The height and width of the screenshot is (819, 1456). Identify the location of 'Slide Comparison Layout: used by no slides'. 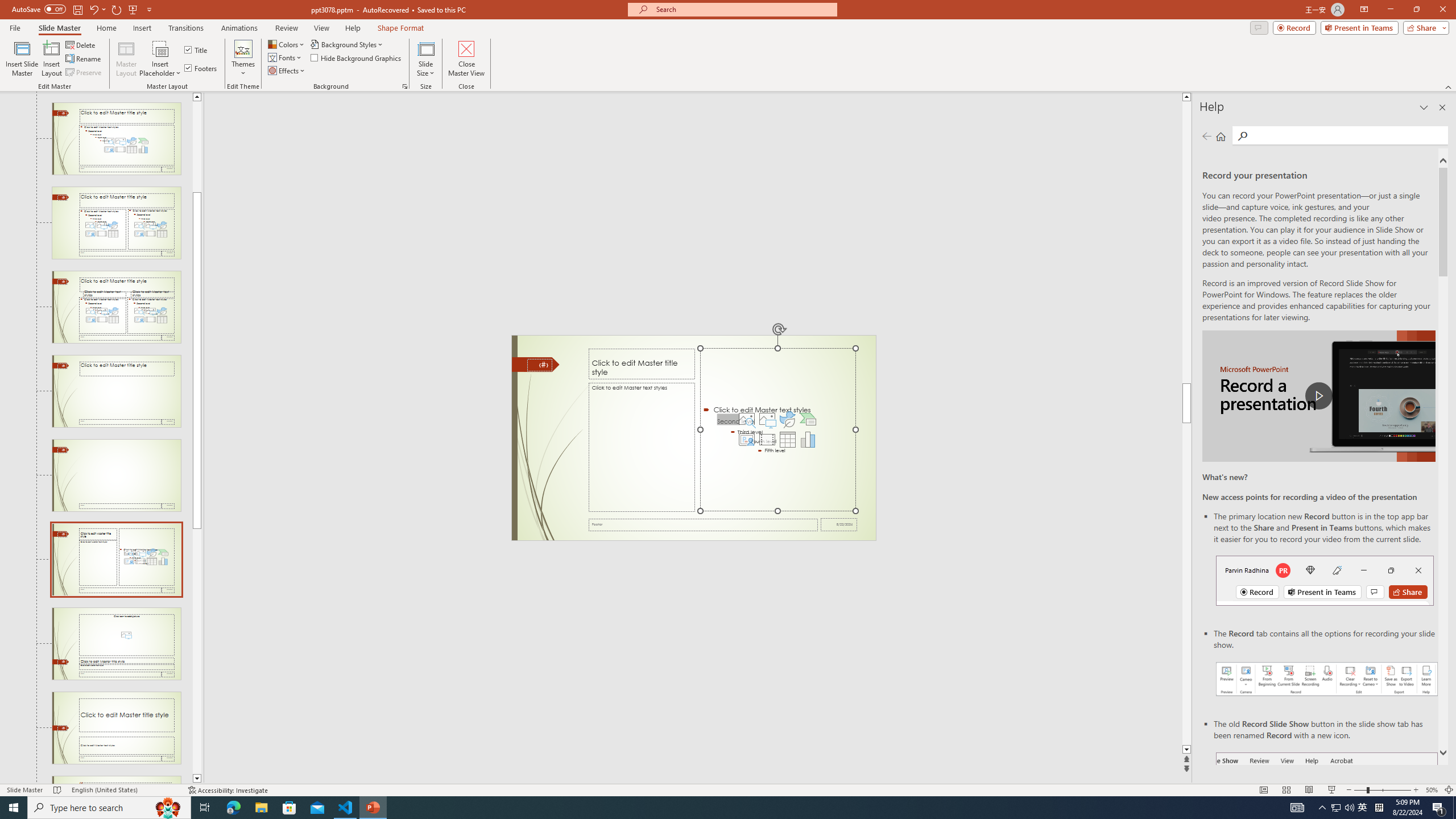
(115, 307).